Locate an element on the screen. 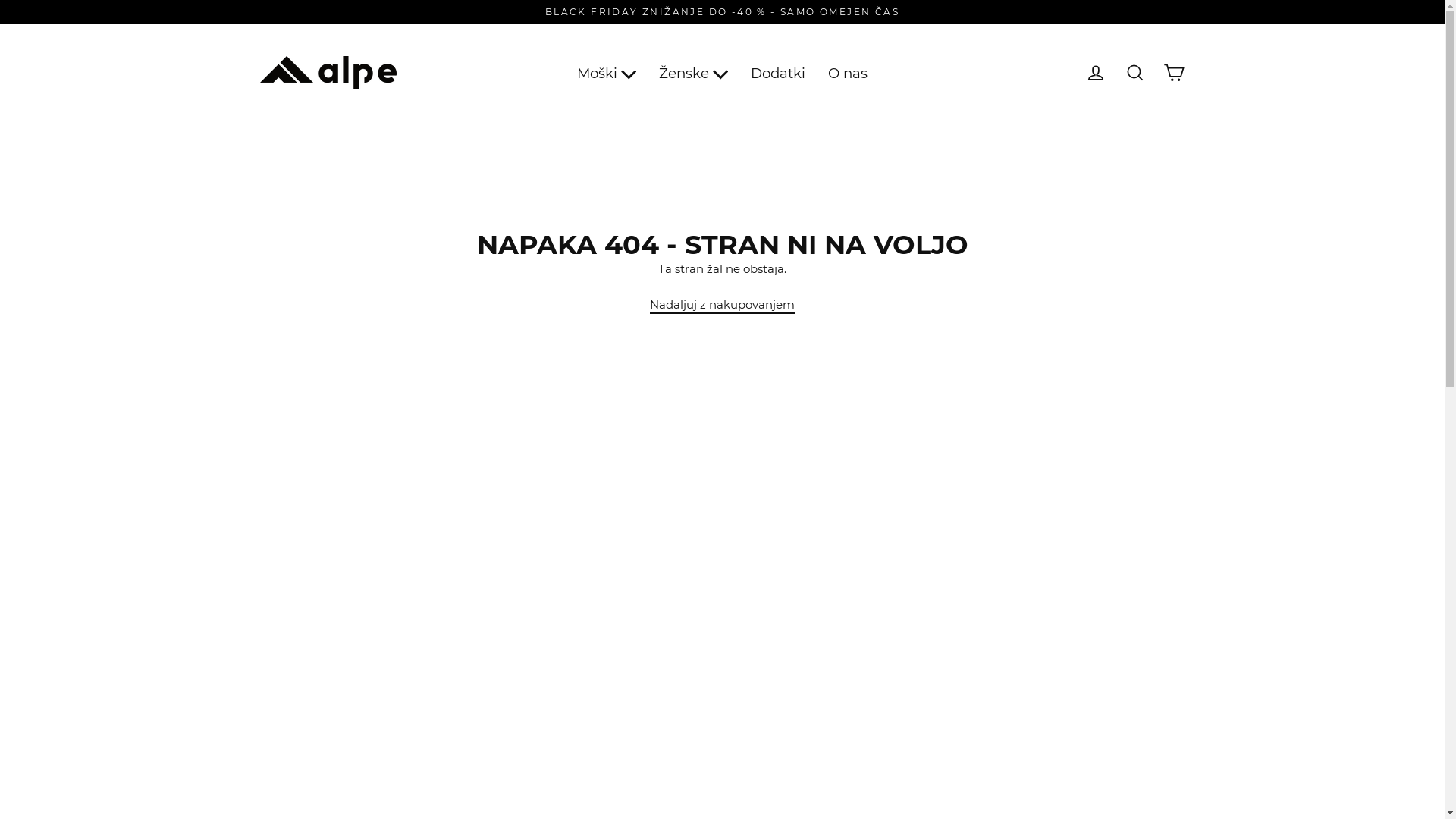  'Iskanje' is located at coordinates (1134, 73).